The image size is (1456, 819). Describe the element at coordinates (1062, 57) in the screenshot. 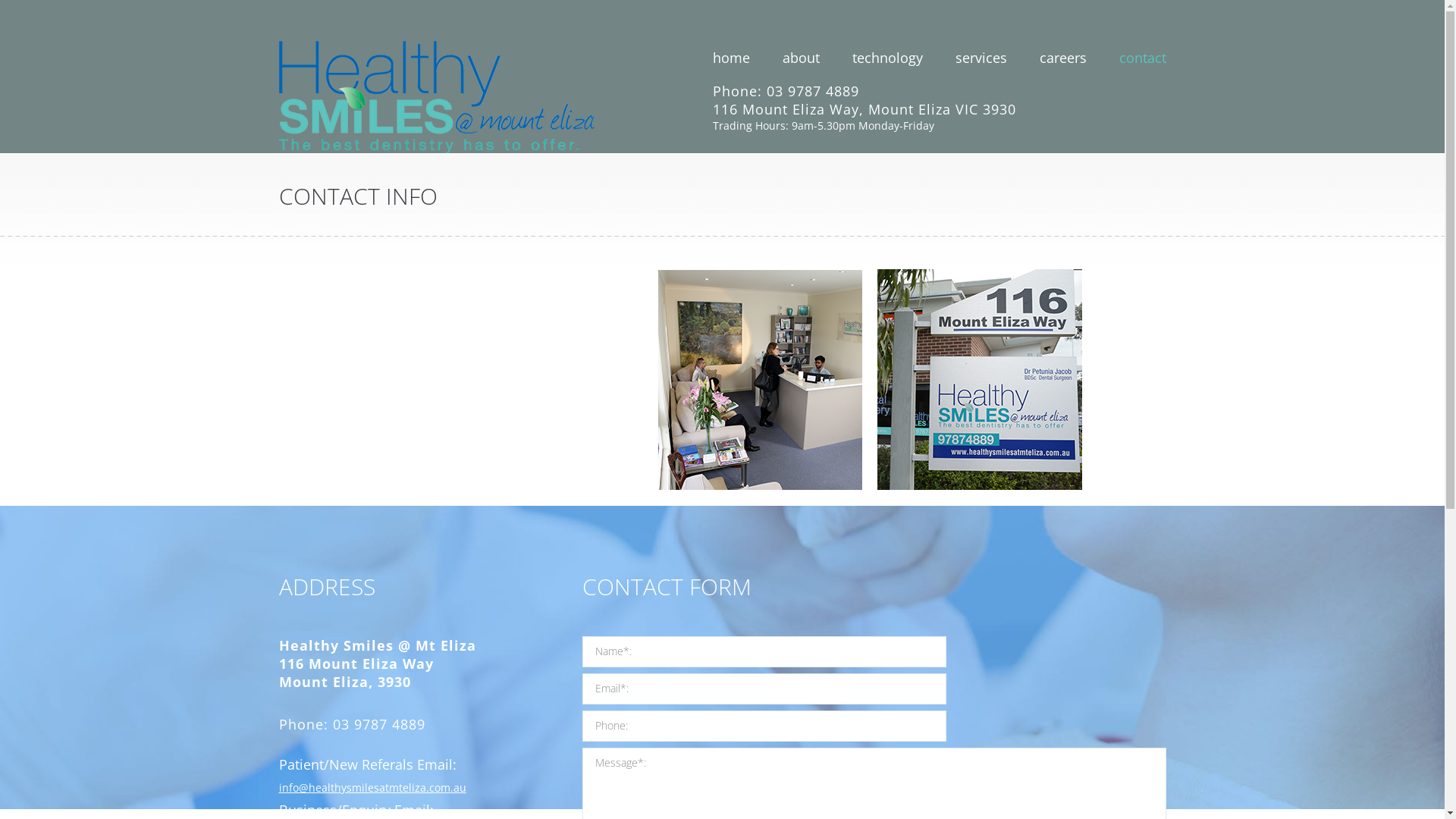

I see `'careers'` at that location.